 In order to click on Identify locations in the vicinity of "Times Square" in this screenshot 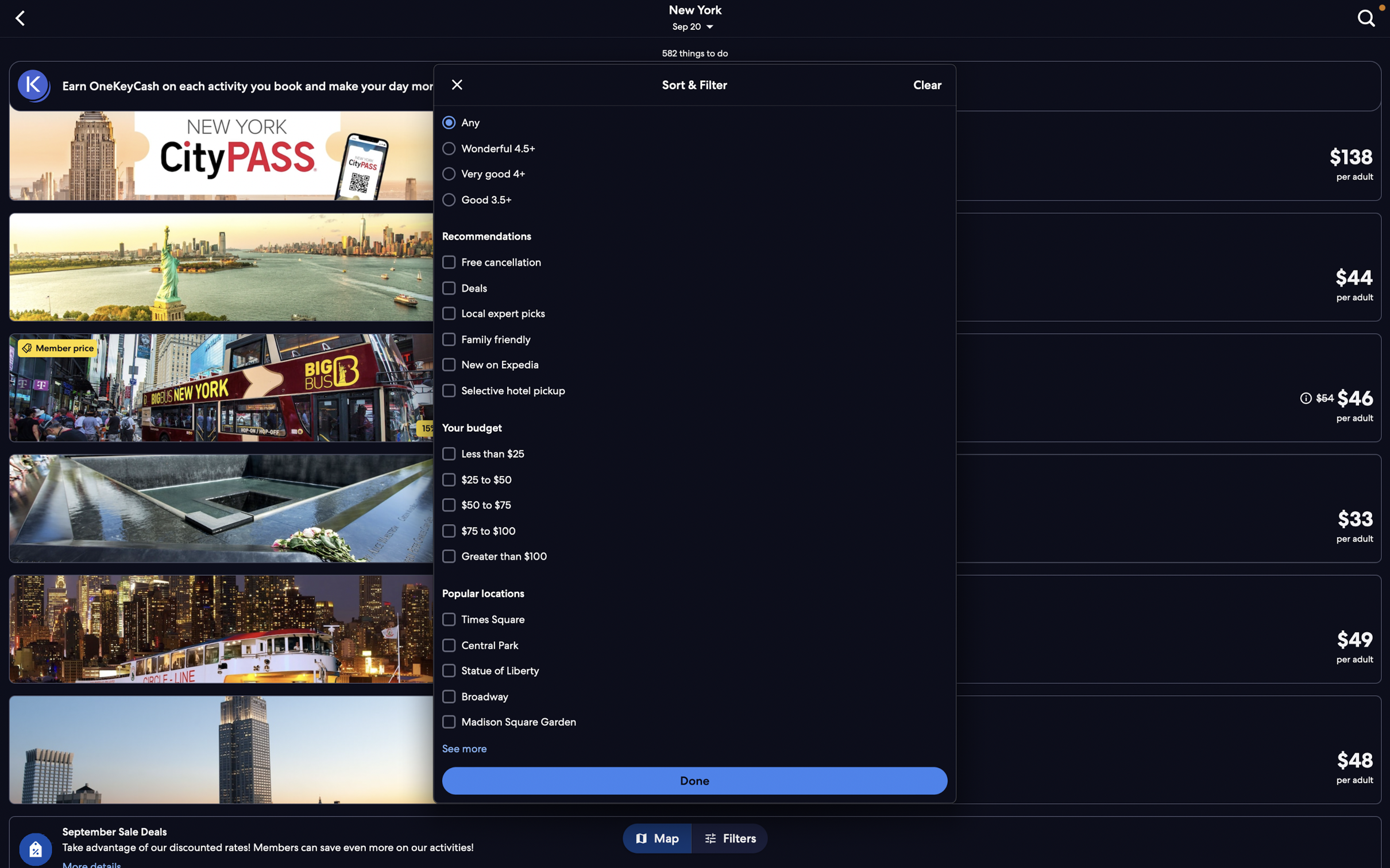, I will do `click(696, 619)`.